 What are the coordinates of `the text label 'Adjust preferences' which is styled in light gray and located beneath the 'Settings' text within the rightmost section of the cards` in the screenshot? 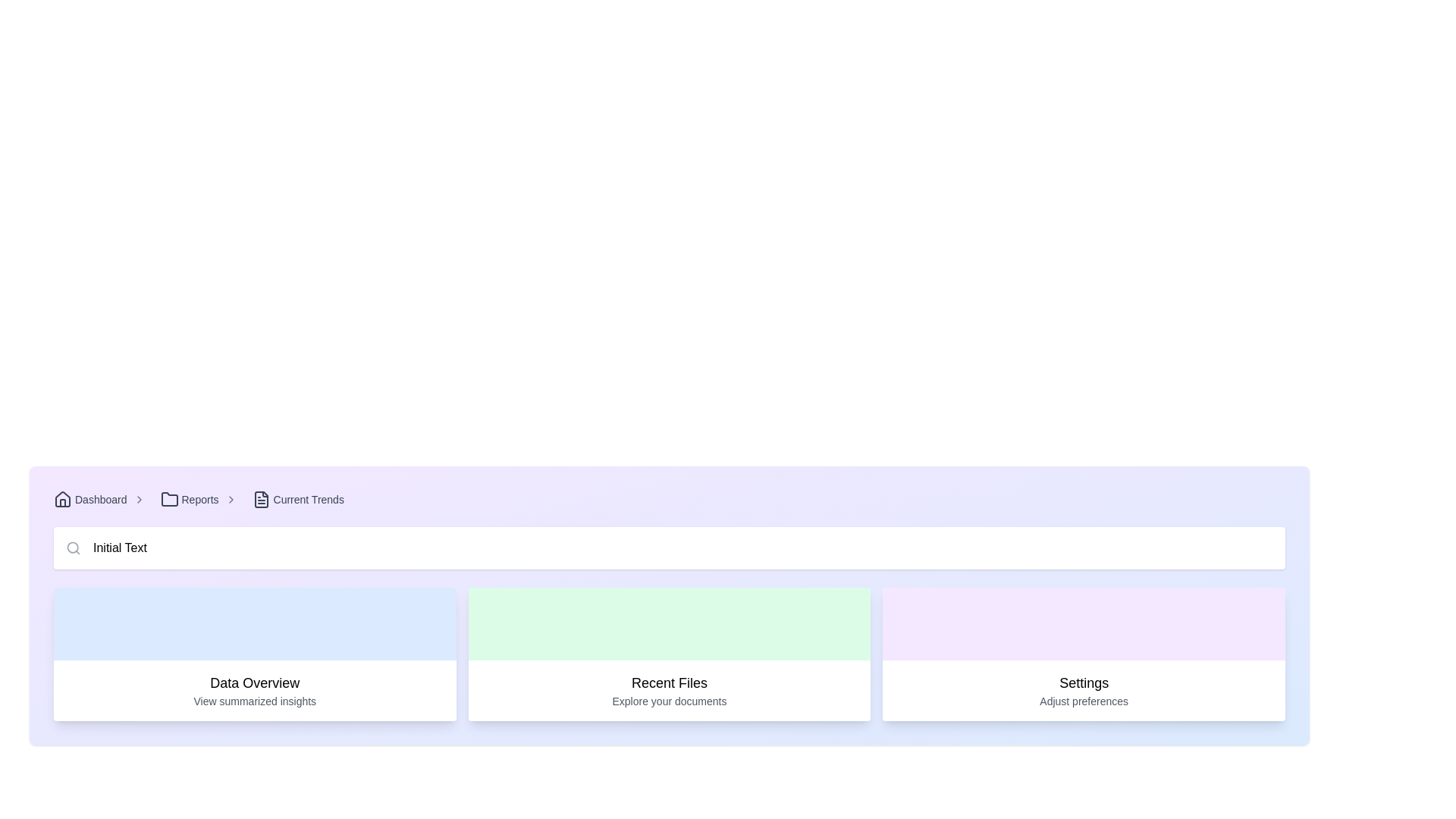 It's located at (1083, 701).